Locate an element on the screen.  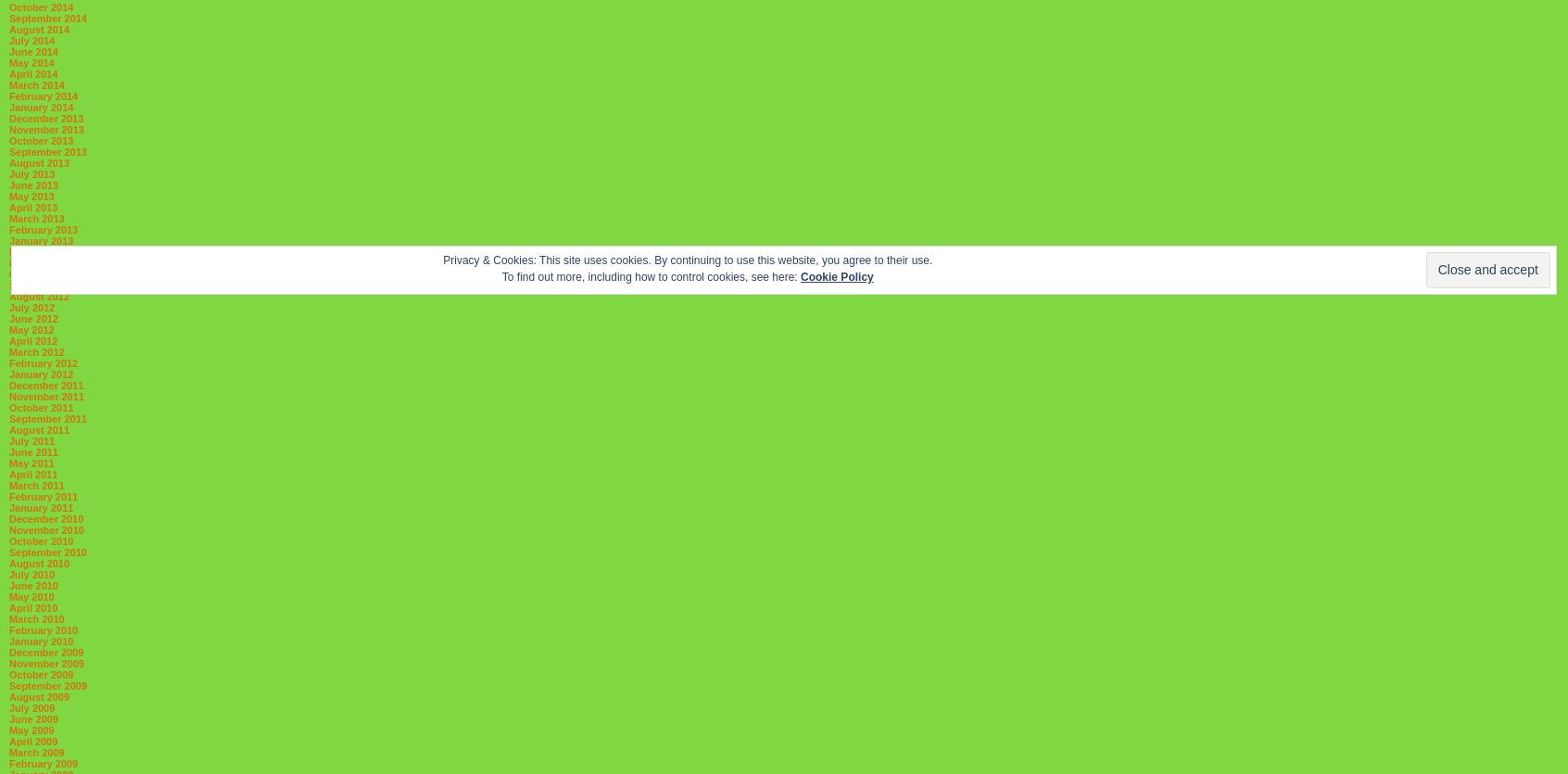
'May 2013' is located at coordinates (7, 197).